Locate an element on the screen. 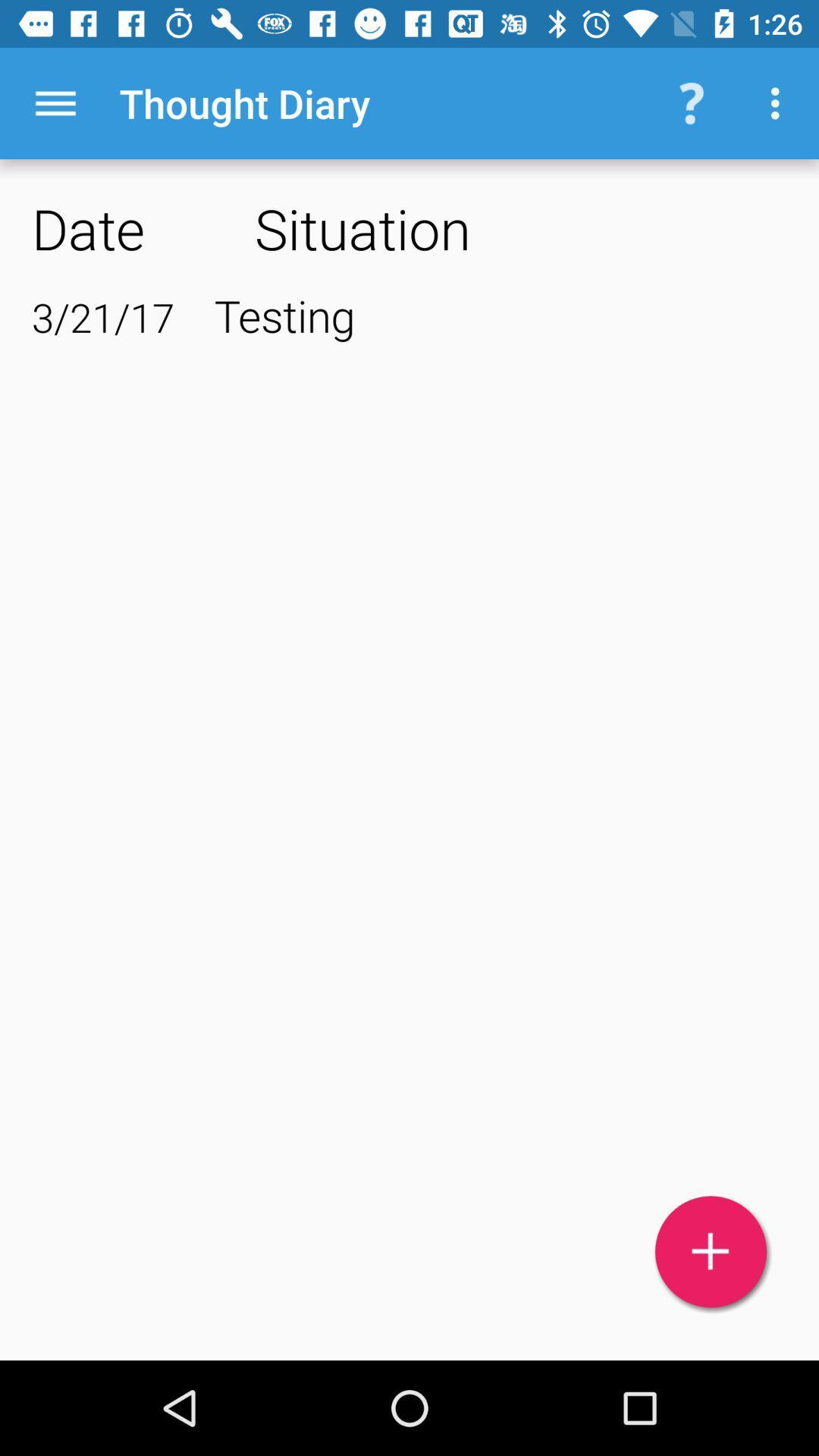 The height and width of the screenshot is (1456, 819). the item to the left of testing item is located at coordinates (102, 316).